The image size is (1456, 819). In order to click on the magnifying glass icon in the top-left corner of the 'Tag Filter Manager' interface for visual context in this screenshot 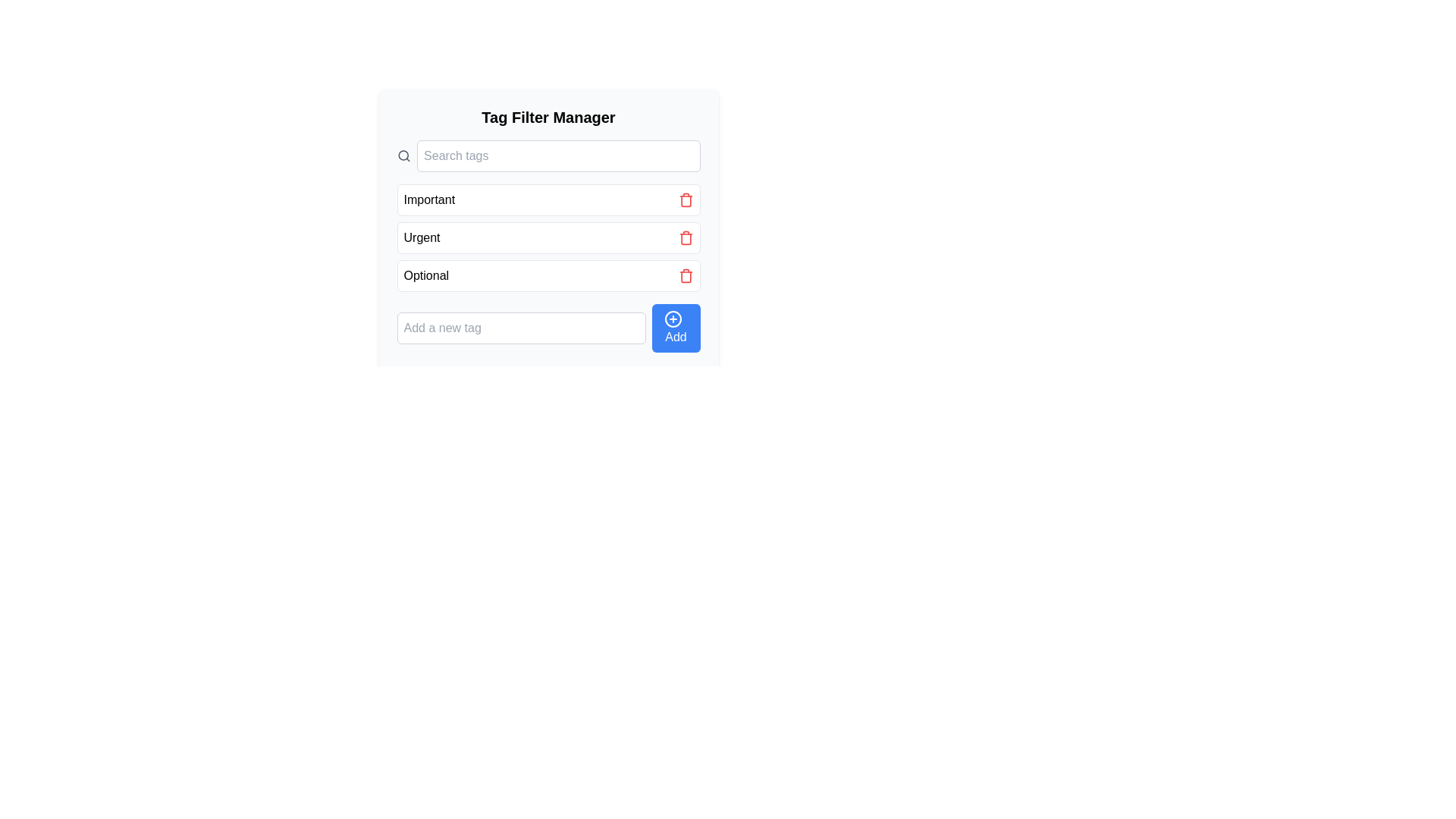, I will do `click(403, 155)`.